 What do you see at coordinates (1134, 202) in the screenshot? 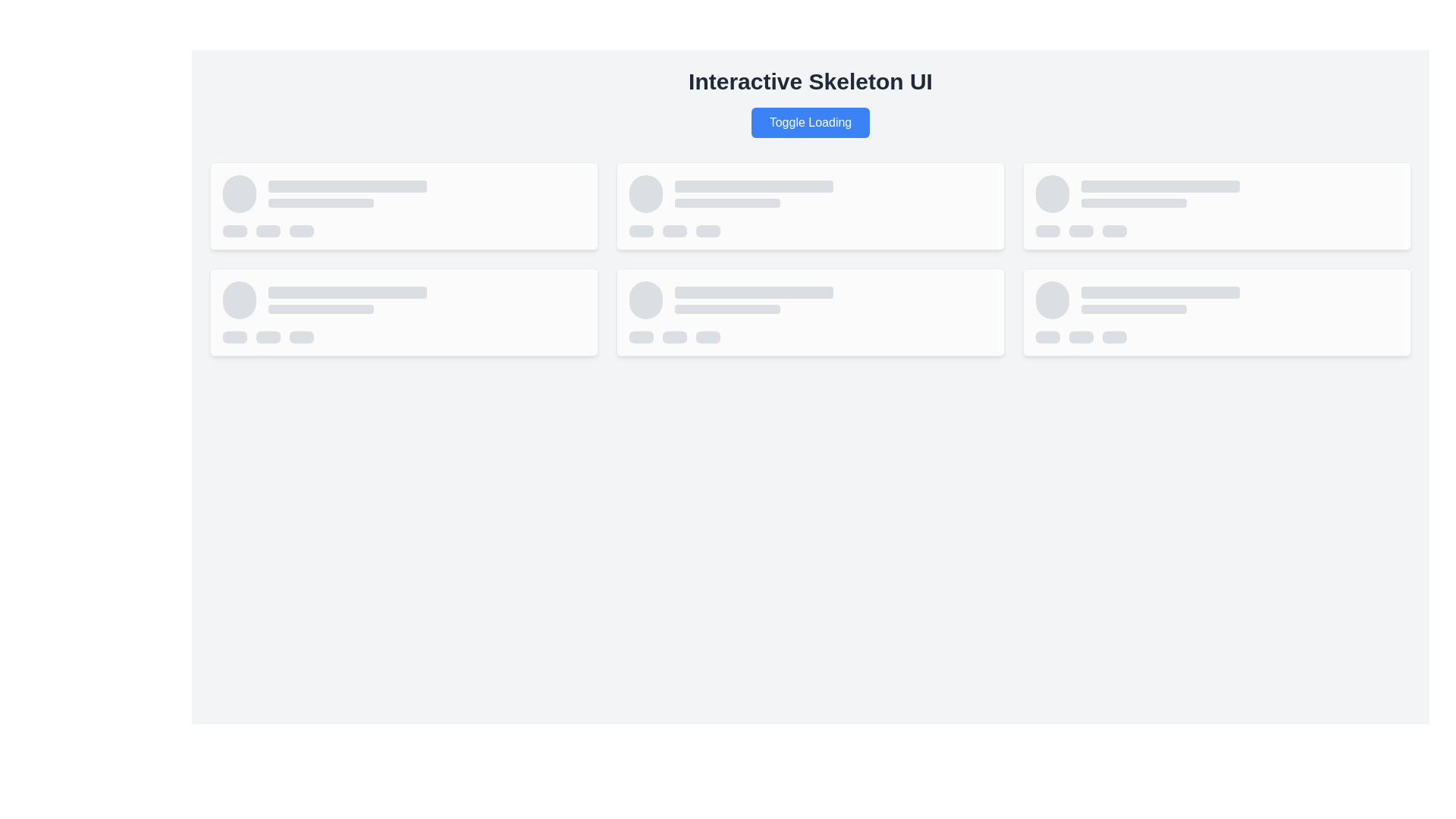
I see `the Skeleton loading indicator, which is a horizontal rectangular bar with rounded corners, located in the top-right section of the interface beneath a larger bar` at bounding box center [1134, 202].